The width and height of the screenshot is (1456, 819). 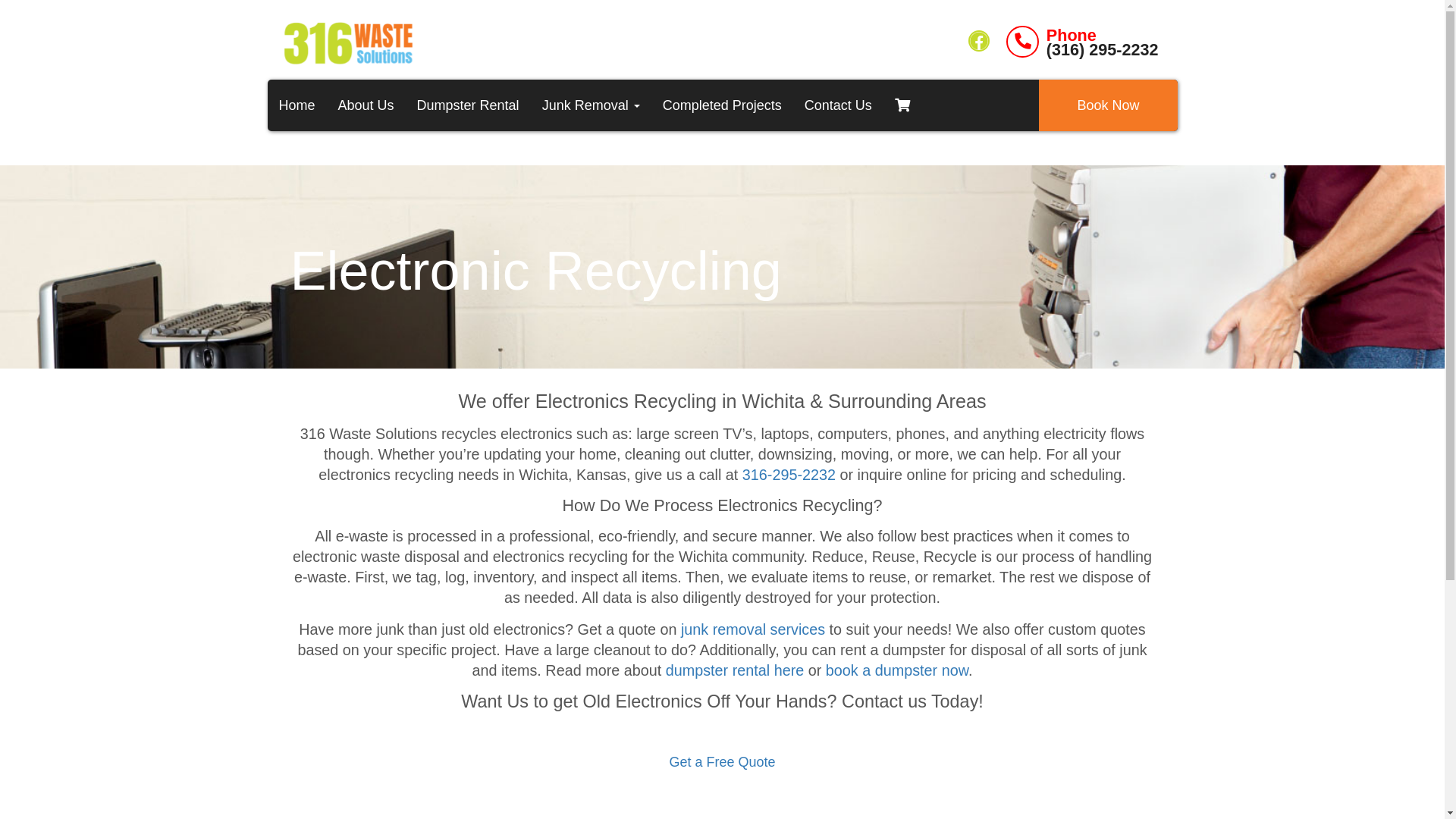 I want to click on 'Completed Projects', so click(x=721, y=104).